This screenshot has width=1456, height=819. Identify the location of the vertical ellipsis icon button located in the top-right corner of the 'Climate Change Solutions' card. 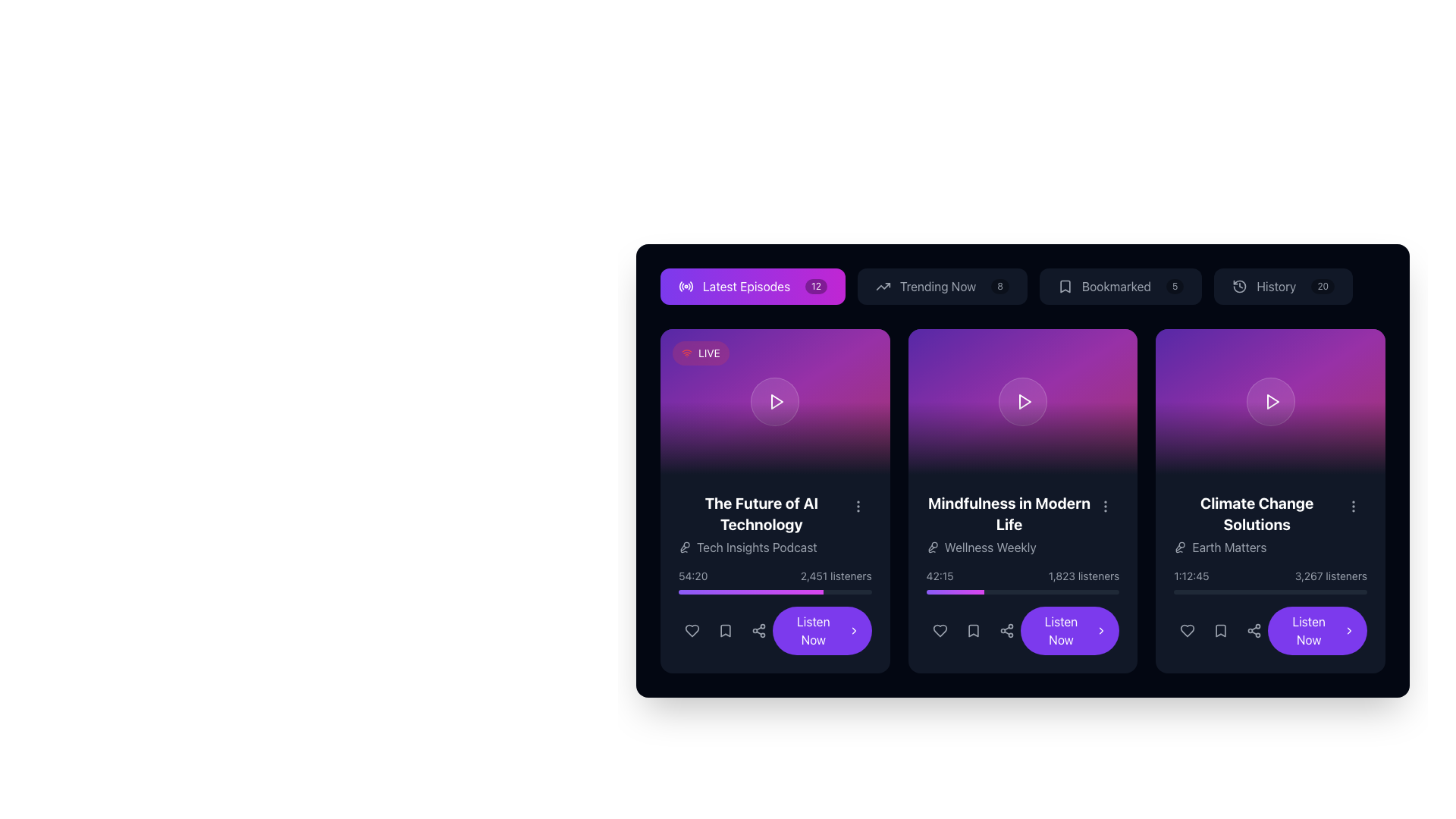
(1354, 506).